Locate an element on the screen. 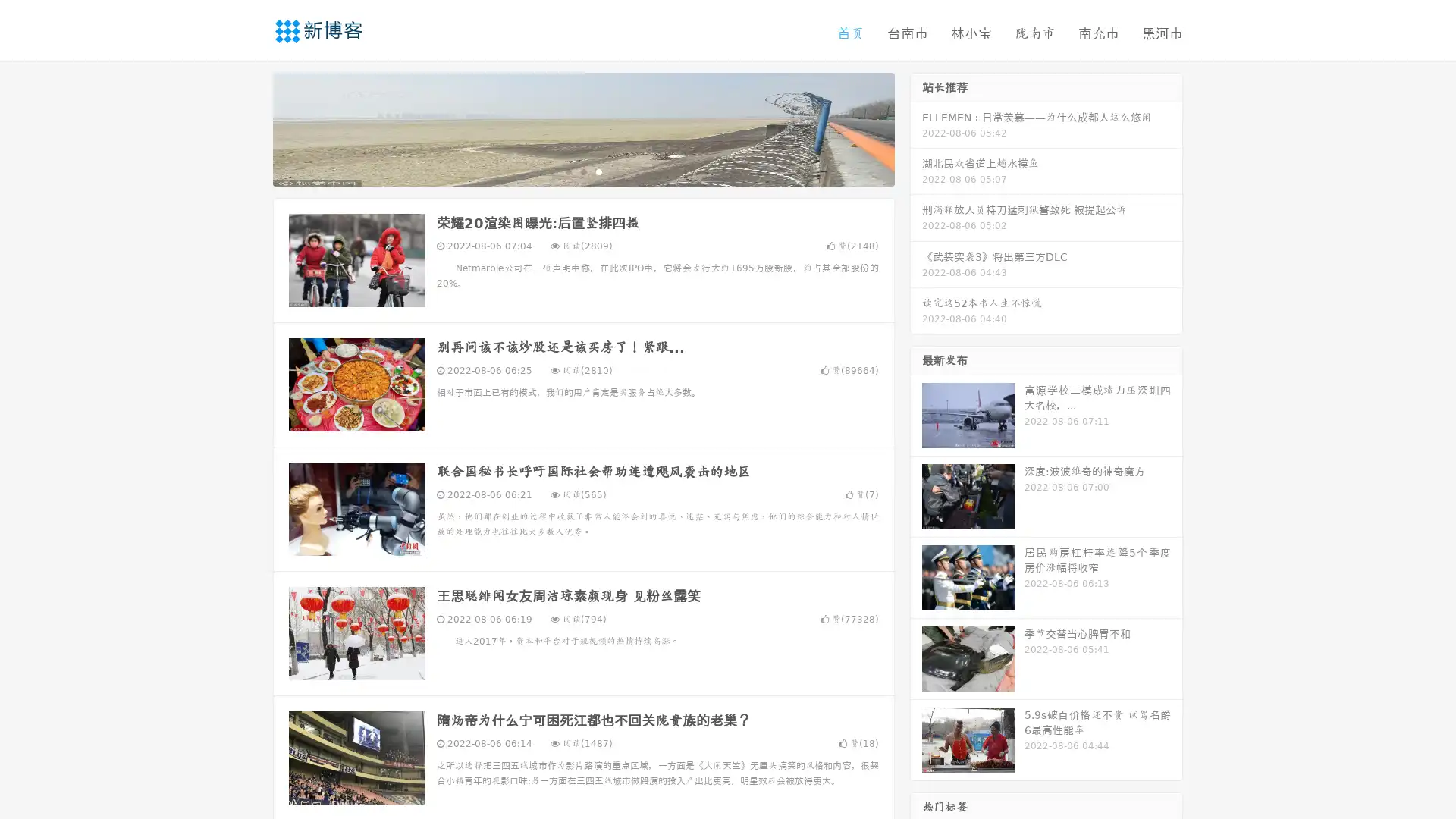  Go to slide 1 is located at coordinates (567, 171).